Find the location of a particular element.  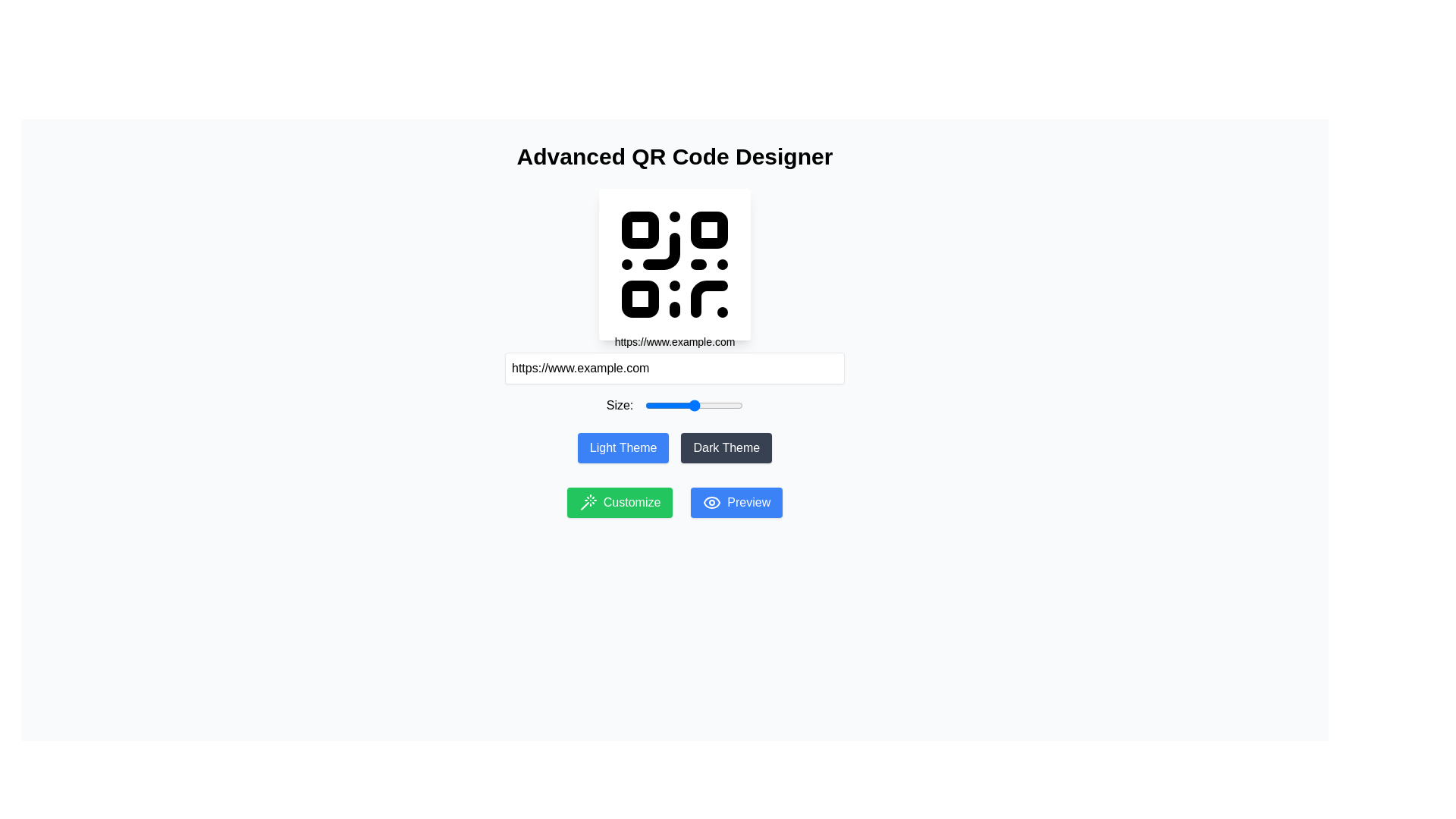

the size is located at coordinates (715, 405).